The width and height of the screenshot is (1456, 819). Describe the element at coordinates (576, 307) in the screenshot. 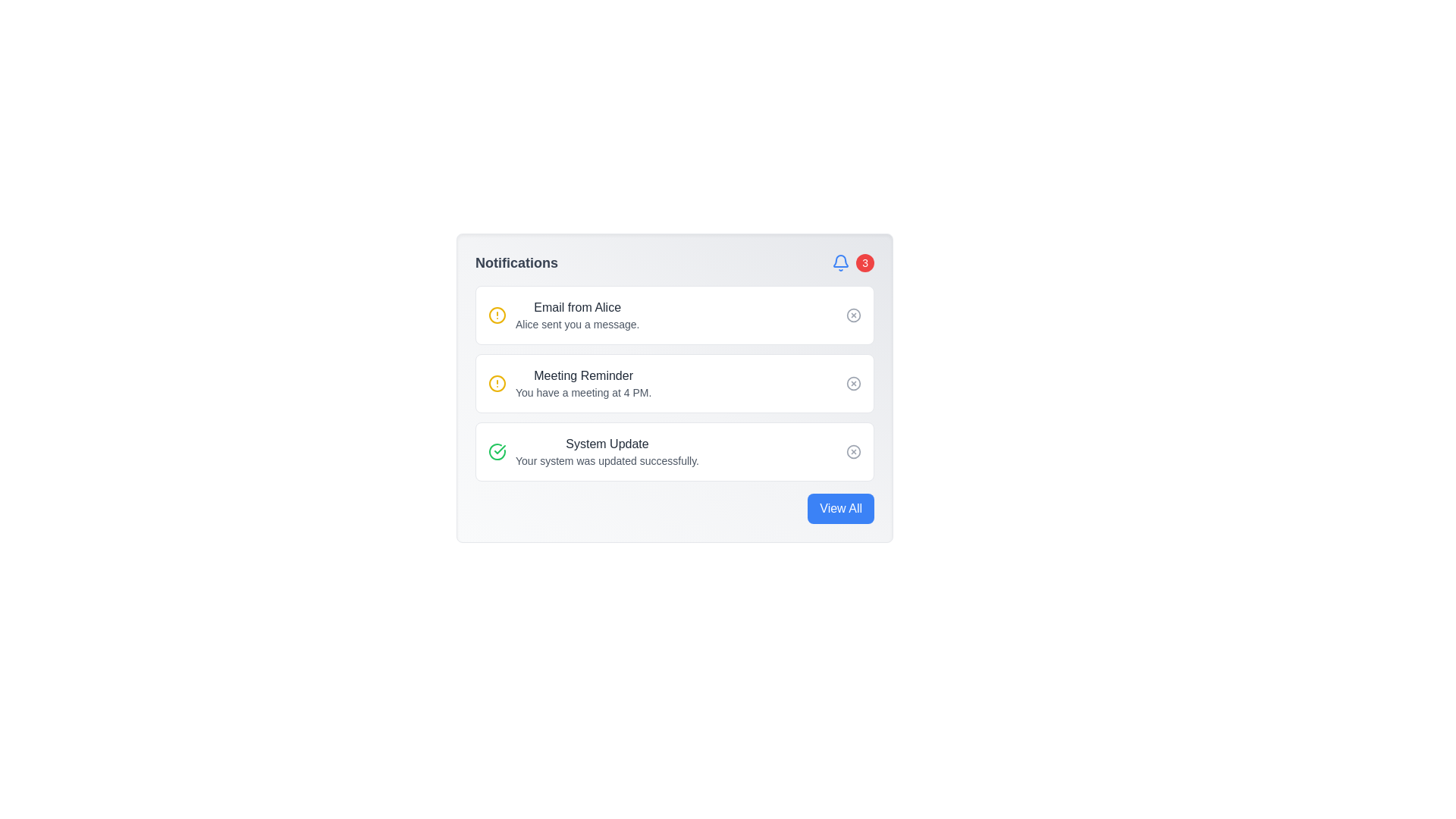

I see `title text of the notification card indicating an email from Alice, which is located in the top notification card under the 'Notifications' section` at that location.